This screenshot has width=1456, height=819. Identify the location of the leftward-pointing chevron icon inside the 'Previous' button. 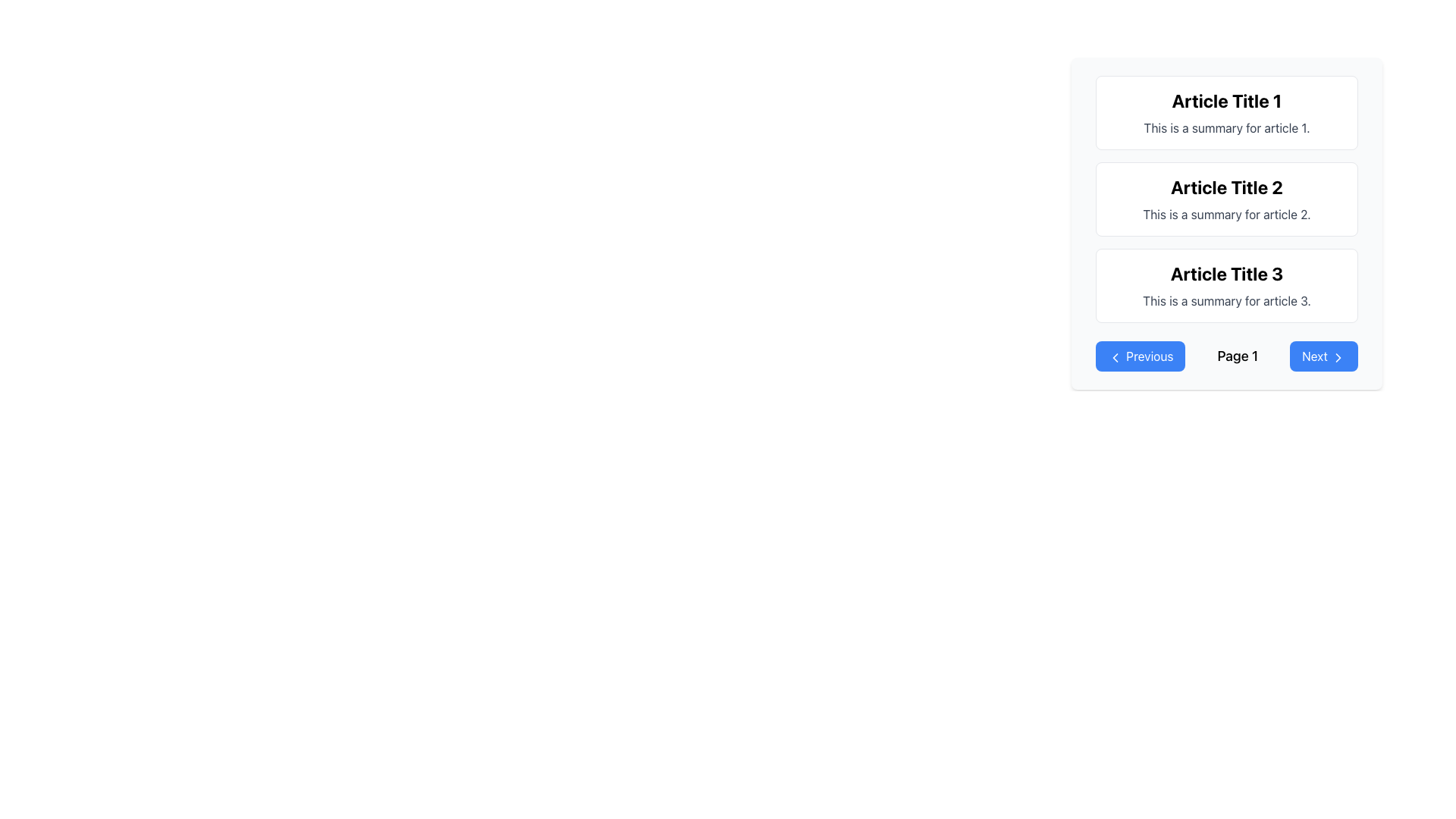
(1115, 356).